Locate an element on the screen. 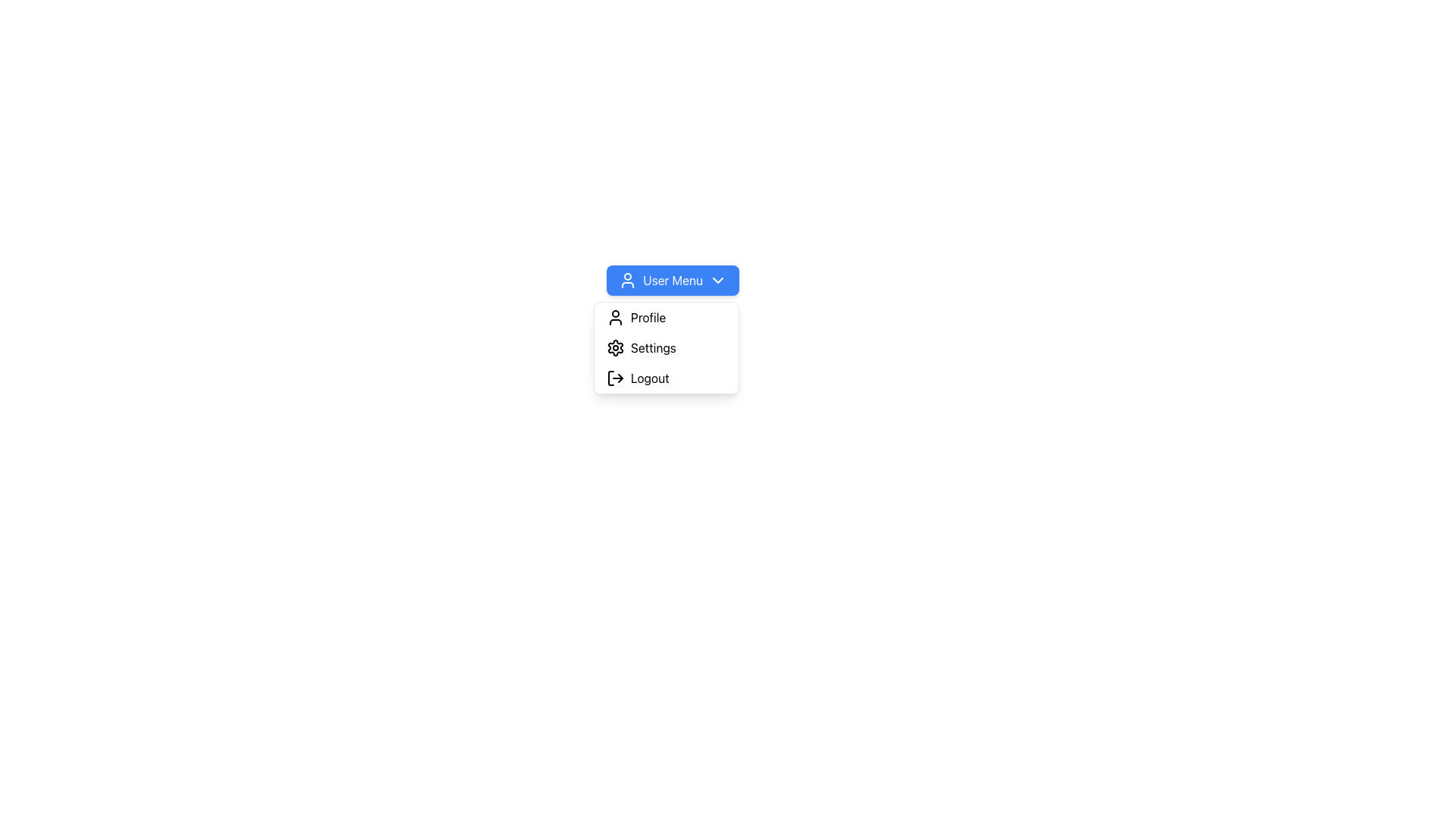 The width and height of the screenshot is (1456, 819). the gear icon representing the settings functionality, which is located adjacent to the 'Settings' label in the dropdown menu is located at coordinates (615, 348).